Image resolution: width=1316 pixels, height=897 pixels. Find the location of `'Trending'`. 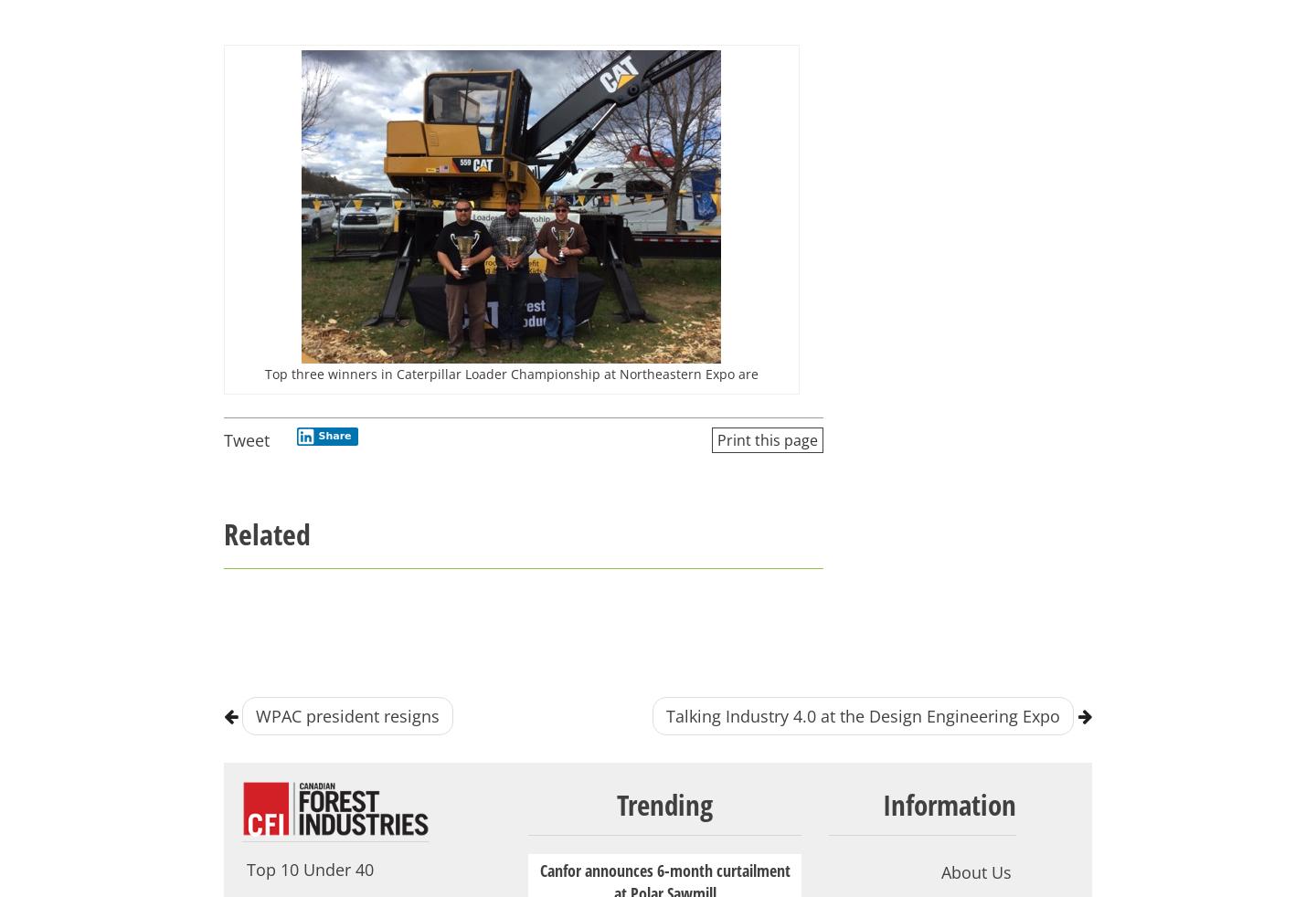

'Trending' is located at coordinates (663, 804).